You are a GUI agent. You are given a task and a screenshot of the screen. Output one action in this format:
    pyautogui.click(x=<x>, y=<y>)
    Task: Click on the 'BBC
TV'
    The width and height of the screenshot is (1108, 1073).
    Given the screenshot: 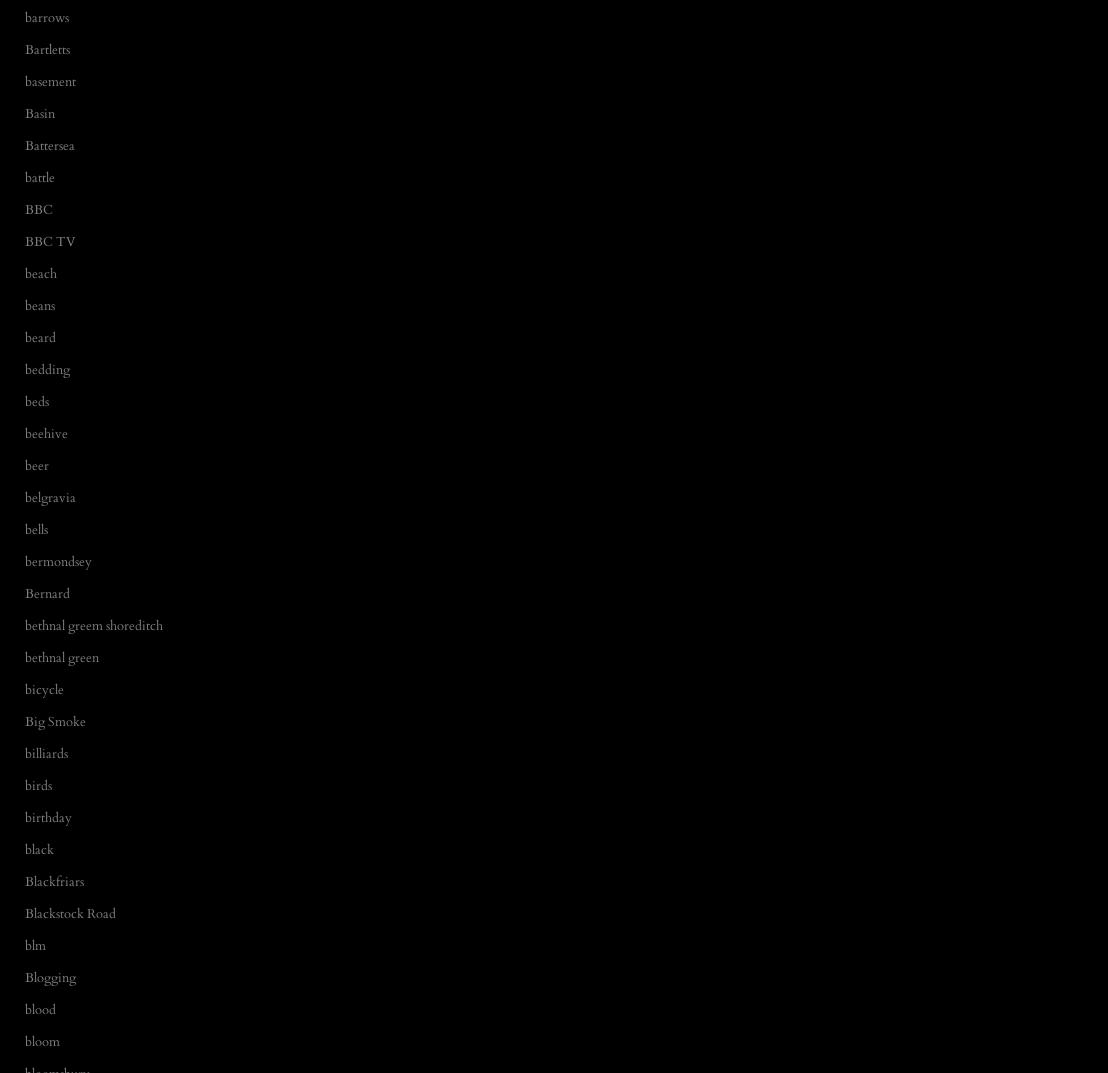 What is the action you would take?
    pyautogui.click(x=49, y=239)
    